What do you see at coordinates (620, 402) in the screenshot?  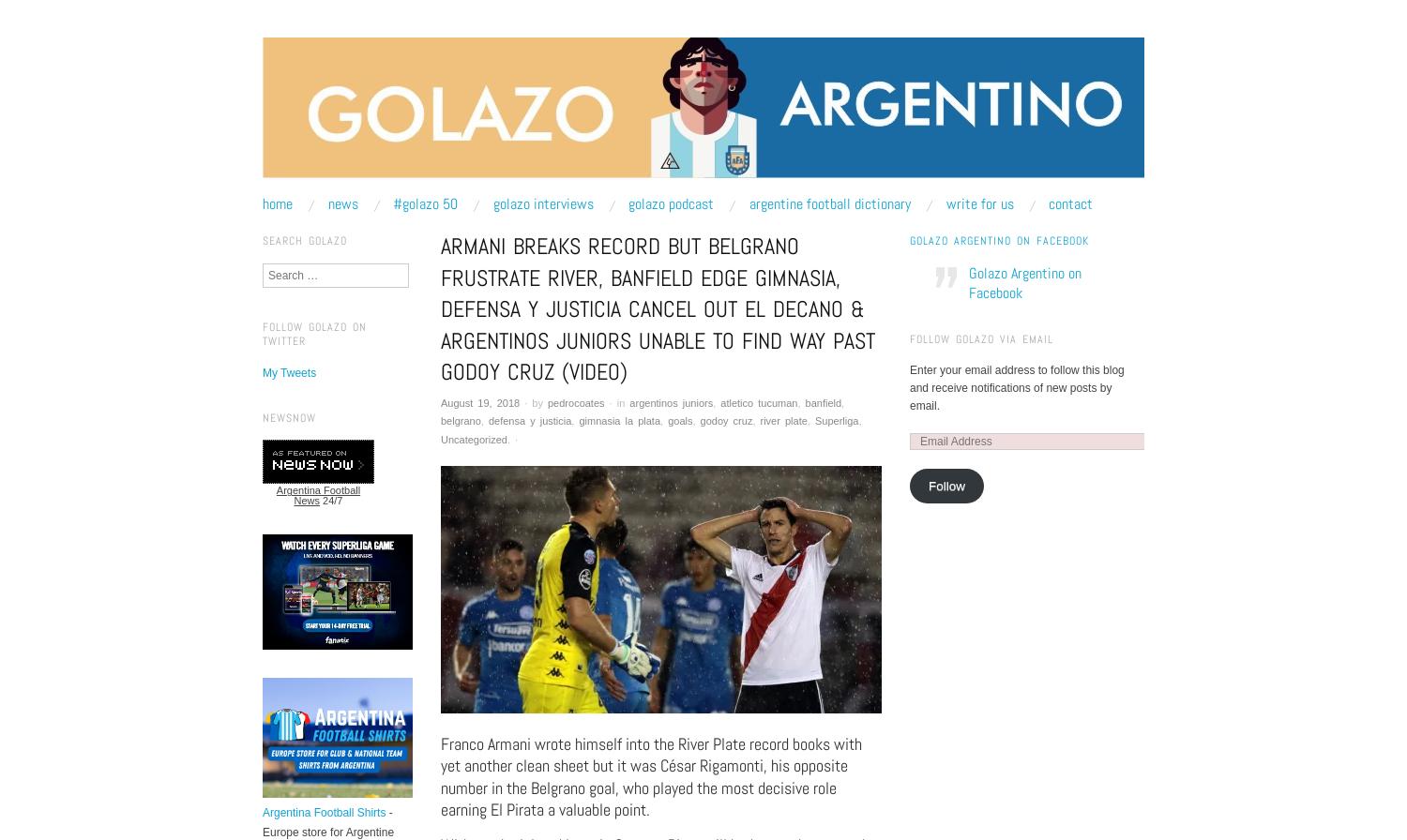 I see `'in'` at bounding box center [620, 402].